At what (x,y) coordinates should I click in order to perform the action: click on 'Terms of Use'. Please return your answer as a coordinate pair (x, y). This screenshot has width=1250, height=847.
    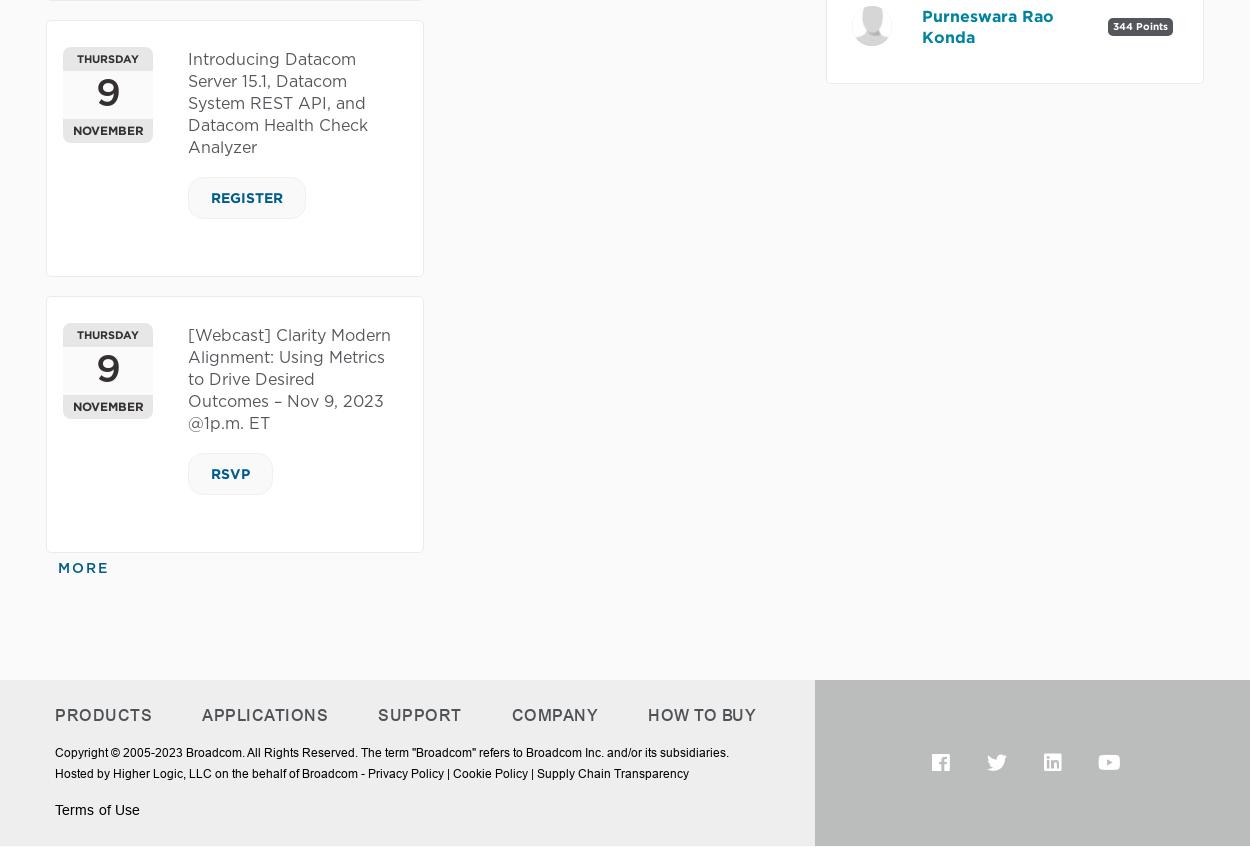
    Looking at the image, I should click on (96, 809).